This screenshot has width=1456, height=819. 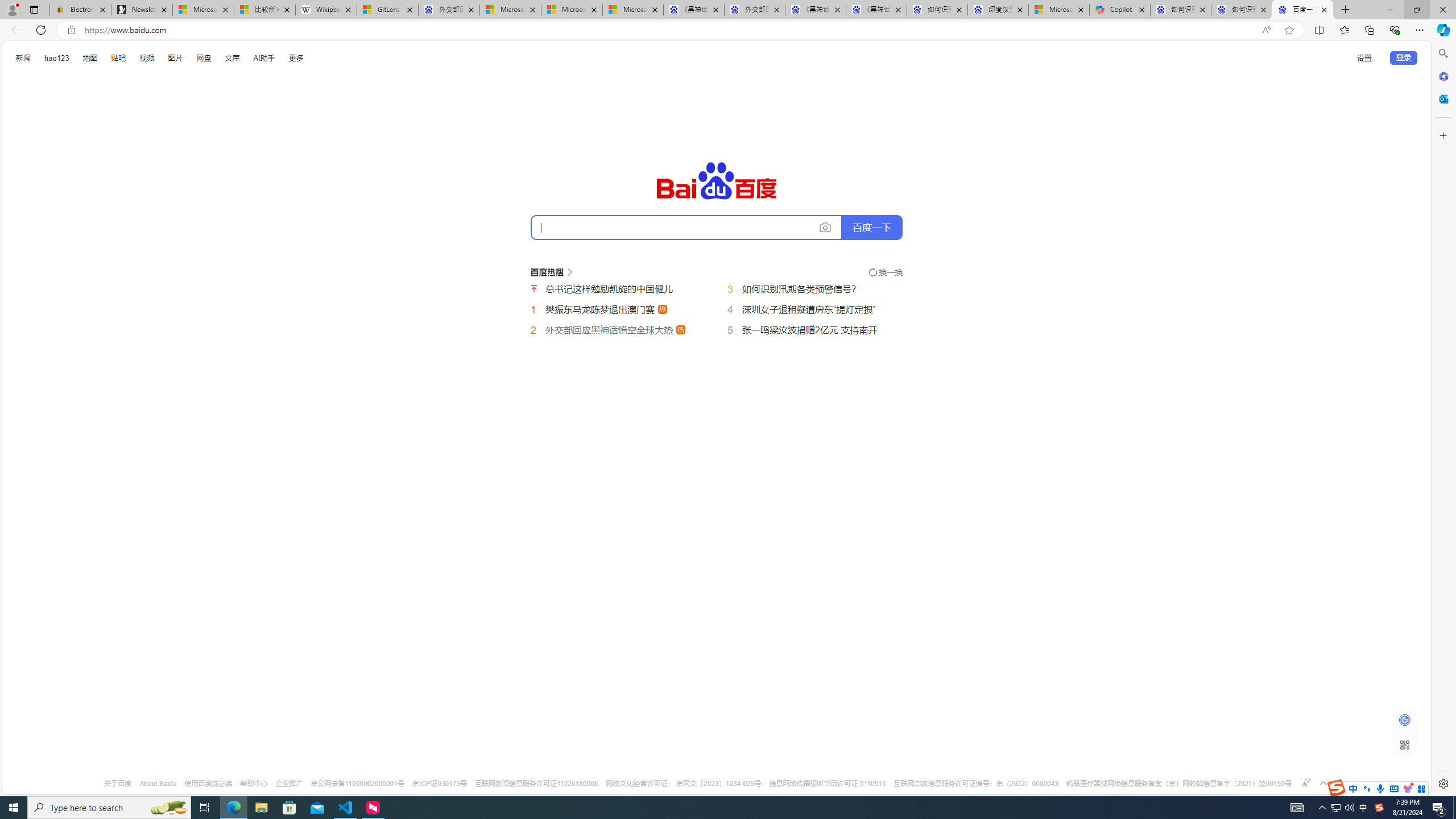 I want to click on 'Newsletter Sign Up', so click(x=141, y=9).